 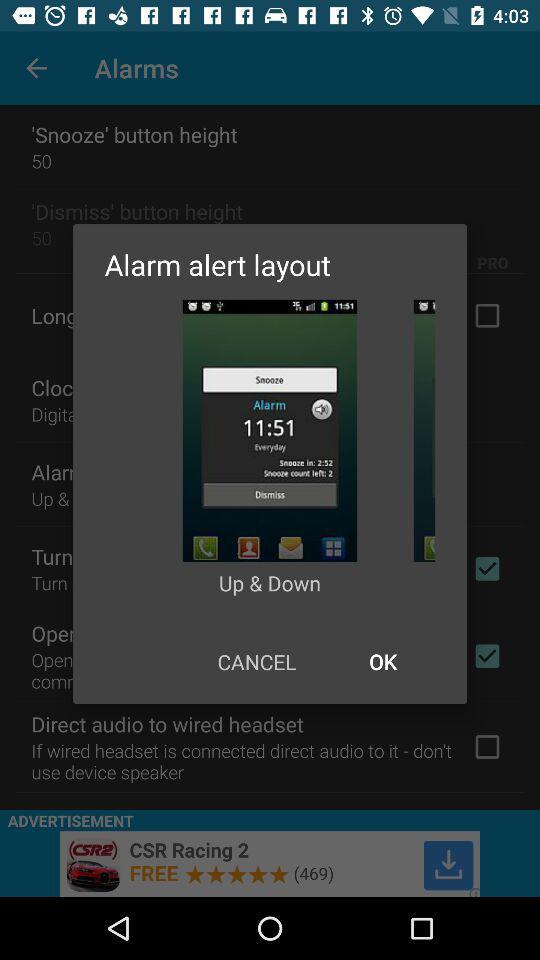 What do you see at coordinates (256, 661) in the screenshot?
I see `the cancel` at bounding box center [256, 661].